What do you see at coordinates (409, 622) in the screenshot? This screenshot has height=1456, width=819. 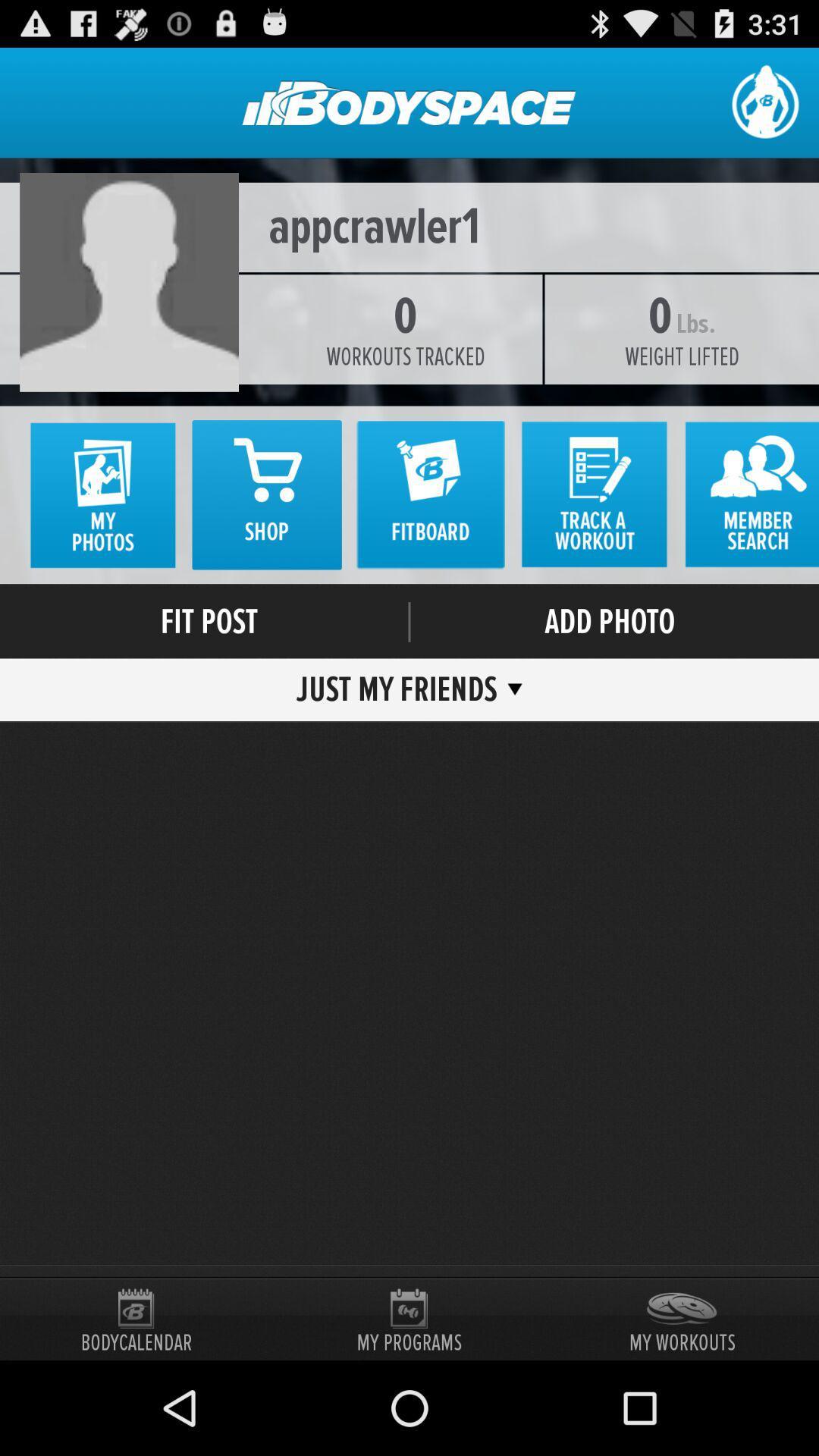 I see `the icon to the right of fit post` at bounding box center [409, 622].